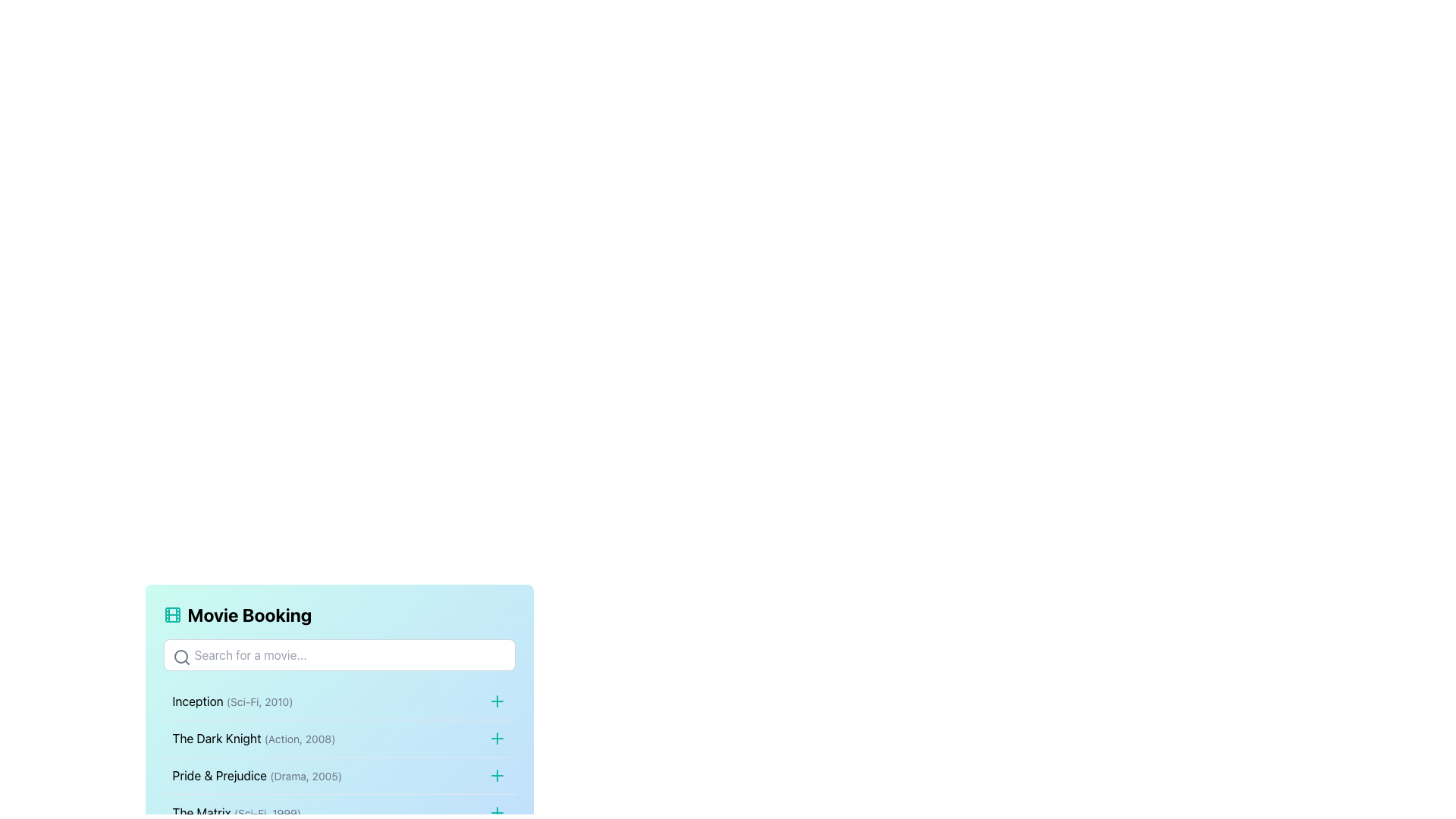 This screenshot has width=1456, height=819. Describe the element at coordinates (259, 701) in the screenshot. I see `the static informational Text Label that provides genre and year information for the movie 'Inception', located next to the movie title in the 'Movie Booking' section` at that location.